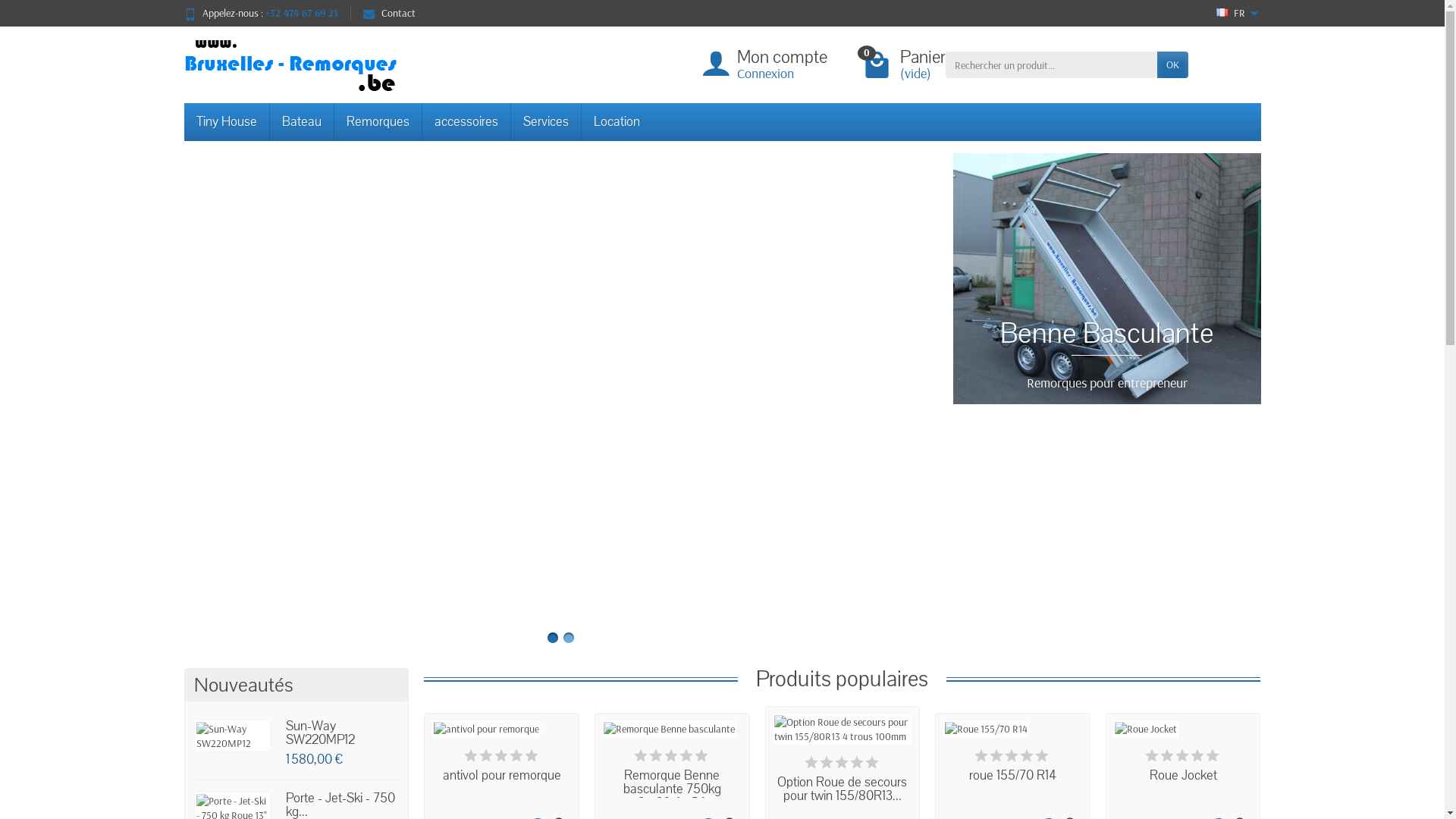 Image resolution: width=1456 pixels, height=819 pixels. Describe the element at coordinates (225, 121) in the screenshot. I see `'Tiny House'` at that location.